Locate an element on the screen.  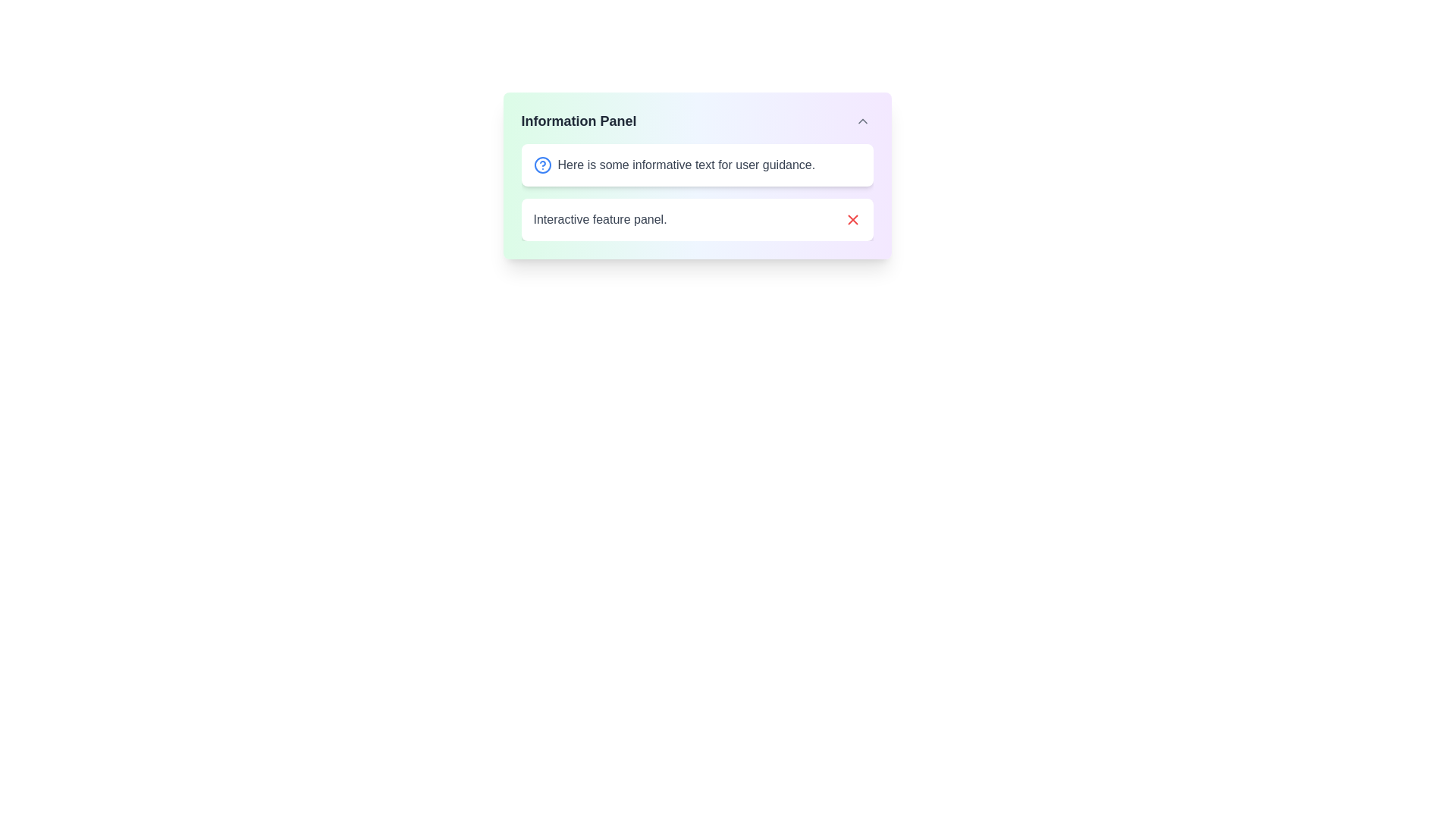
the 'Information Panel' element, which is a gradient background panel labeled 'Information Panel' with rounded corners and a drop shadow is located at coordinates (696, 174).